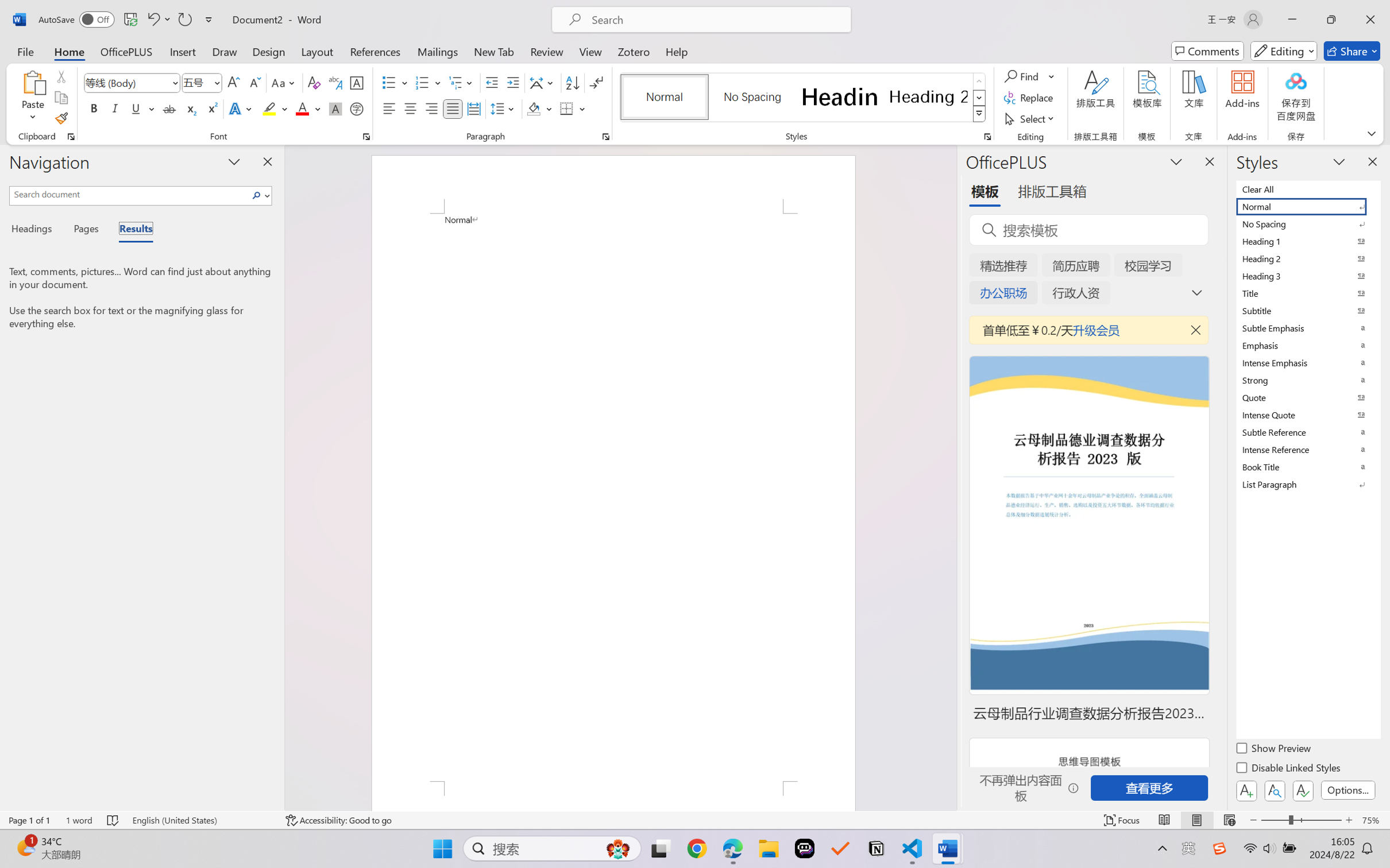 The image size is (1390, 868). Describe the element at coordinates (503, 108) in the screenshot. I see `'Line and Paragraph Spacing'` at that location.